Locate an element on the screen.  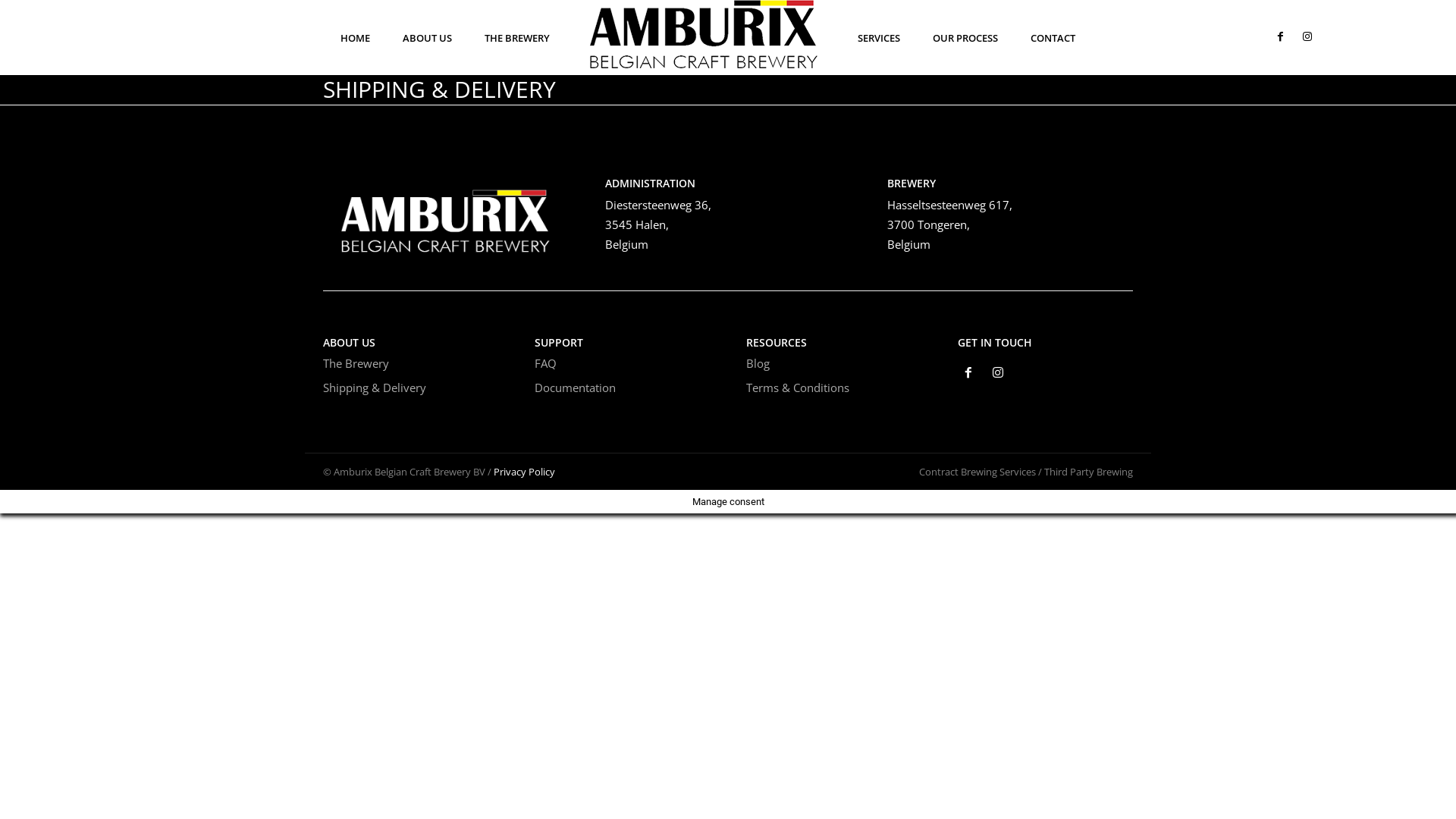
'Blog' is located at coordinates (758, 362).